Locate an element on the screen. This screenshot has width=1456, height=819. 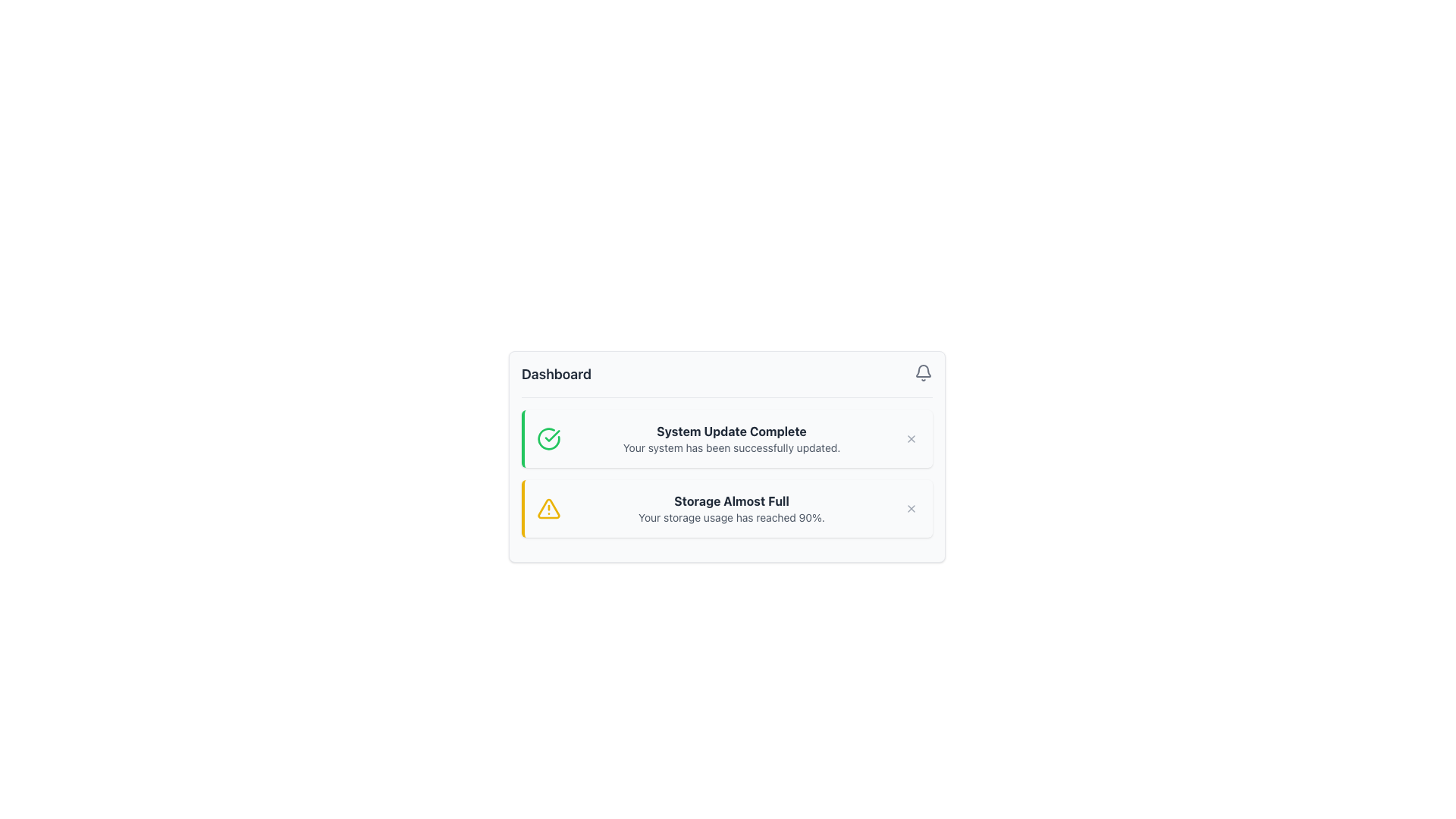
informational text saying 'Your system has been successfully updated.' which is rendered in small gray text and positioned under the heading 'System Update Complete' is located at coordinates (731, 447).